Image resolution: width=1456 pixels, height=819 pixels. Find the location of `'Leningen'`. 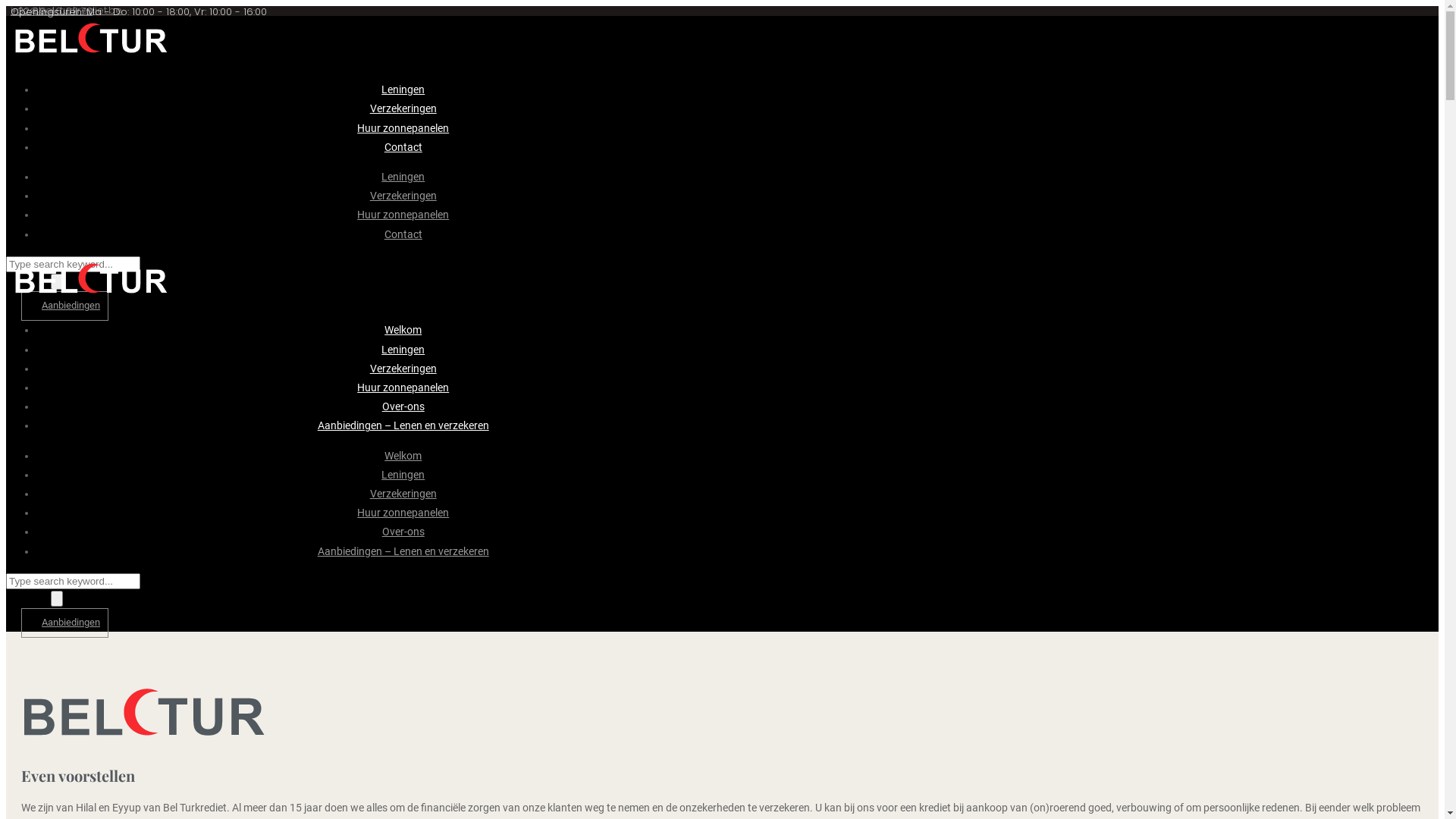

'Leningen' is located at coordinates (403, 175).